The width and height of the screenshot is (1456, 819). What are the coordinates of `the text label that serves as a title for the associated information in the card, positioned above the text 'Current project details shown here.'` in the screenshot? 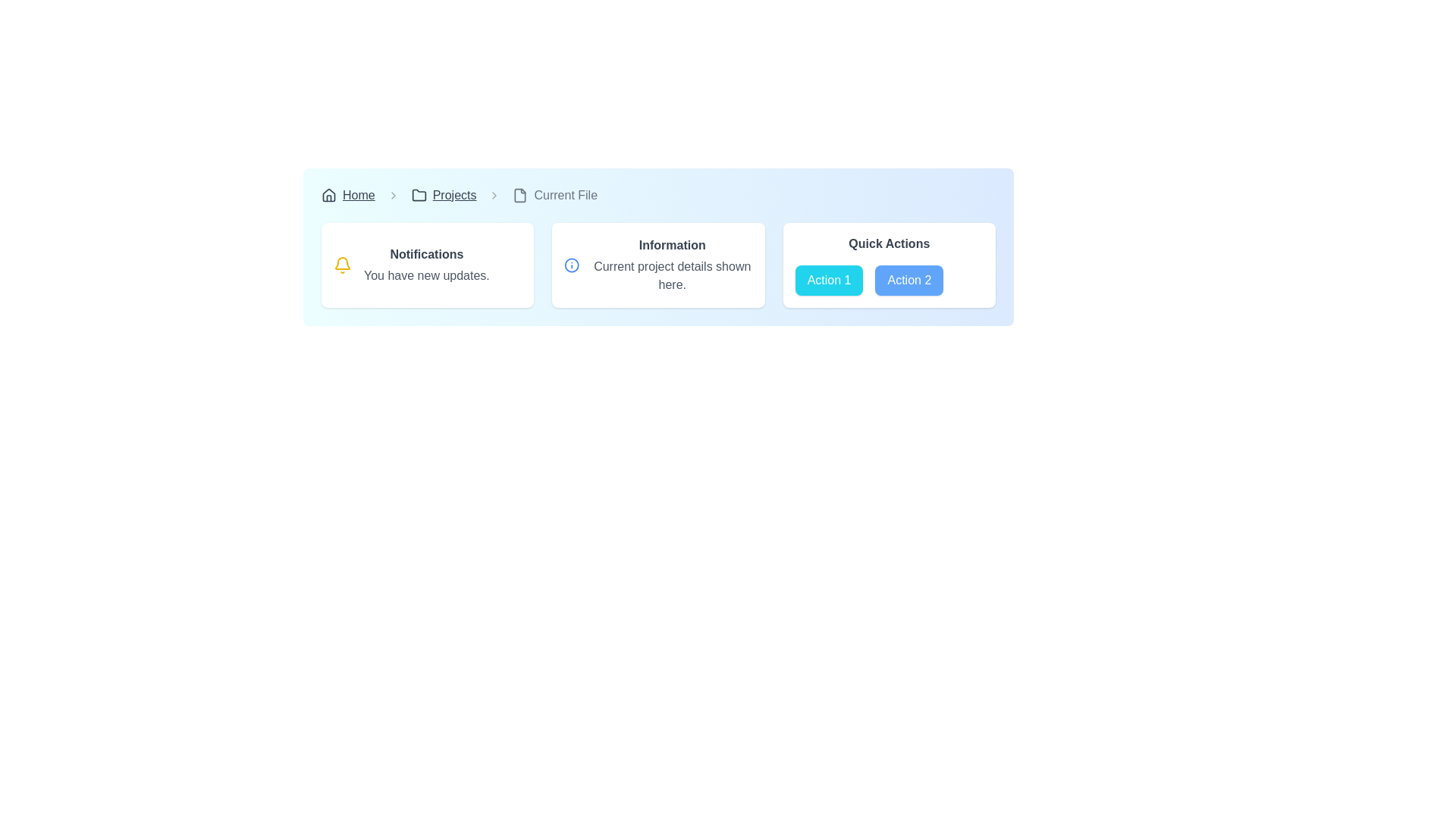 It's located at (671, 245).